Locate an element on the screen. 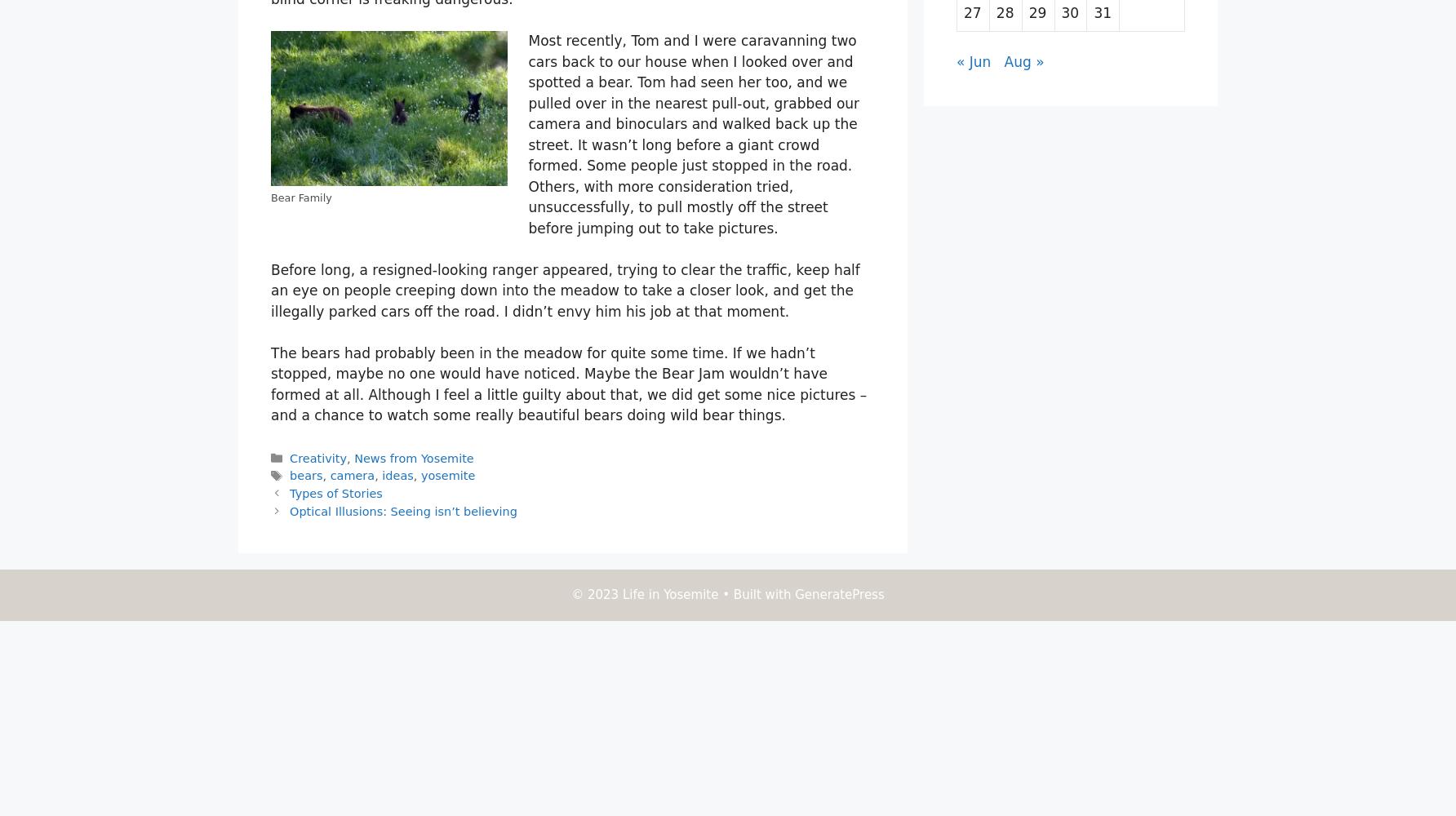 This screenshot has width=1456, height=816. 'News from Yosemite' is located at coordinates (414, 458).